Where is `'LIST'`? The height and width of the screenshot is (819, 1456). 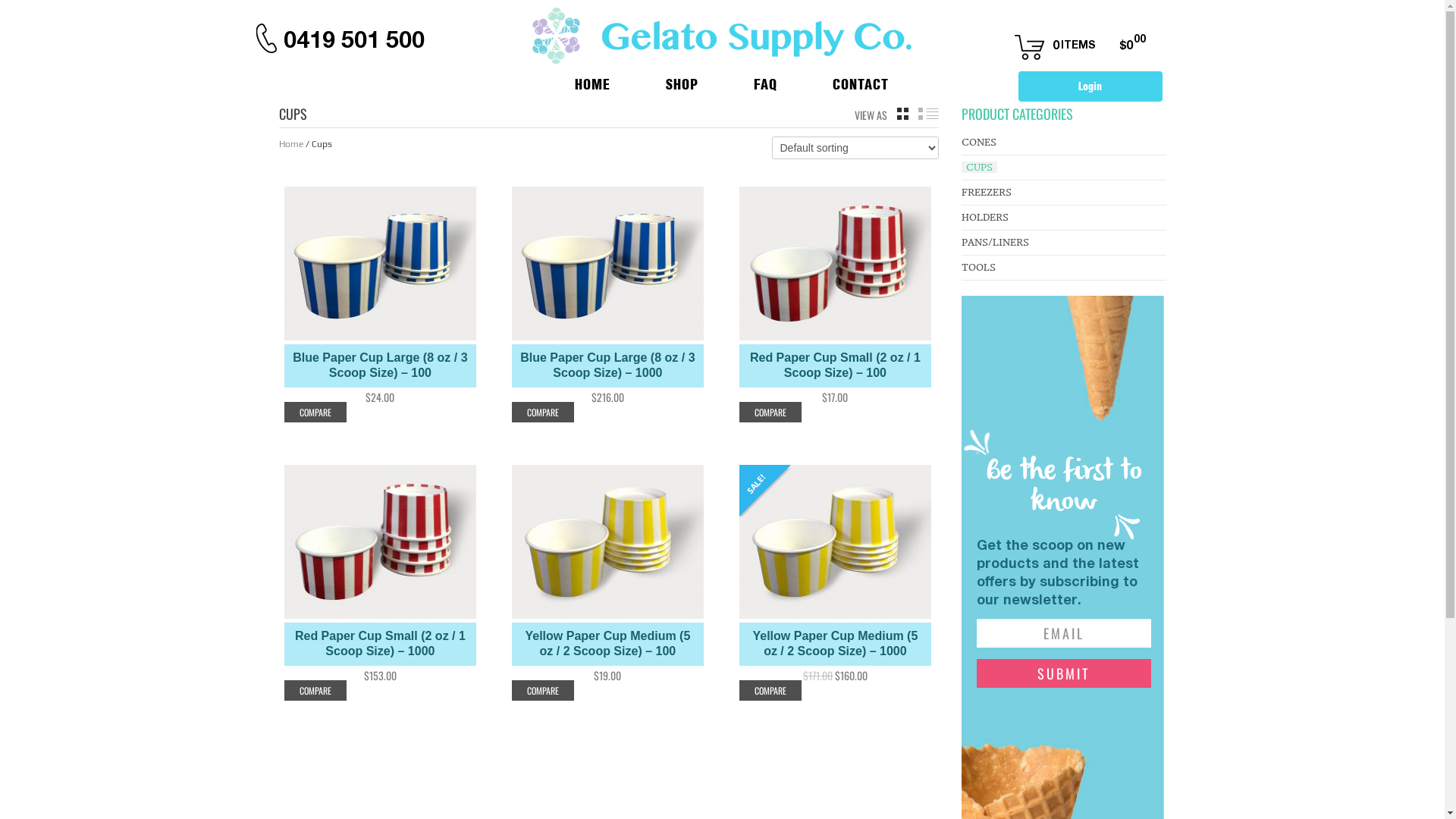
'LIST' is located at coordinates (927, 113).